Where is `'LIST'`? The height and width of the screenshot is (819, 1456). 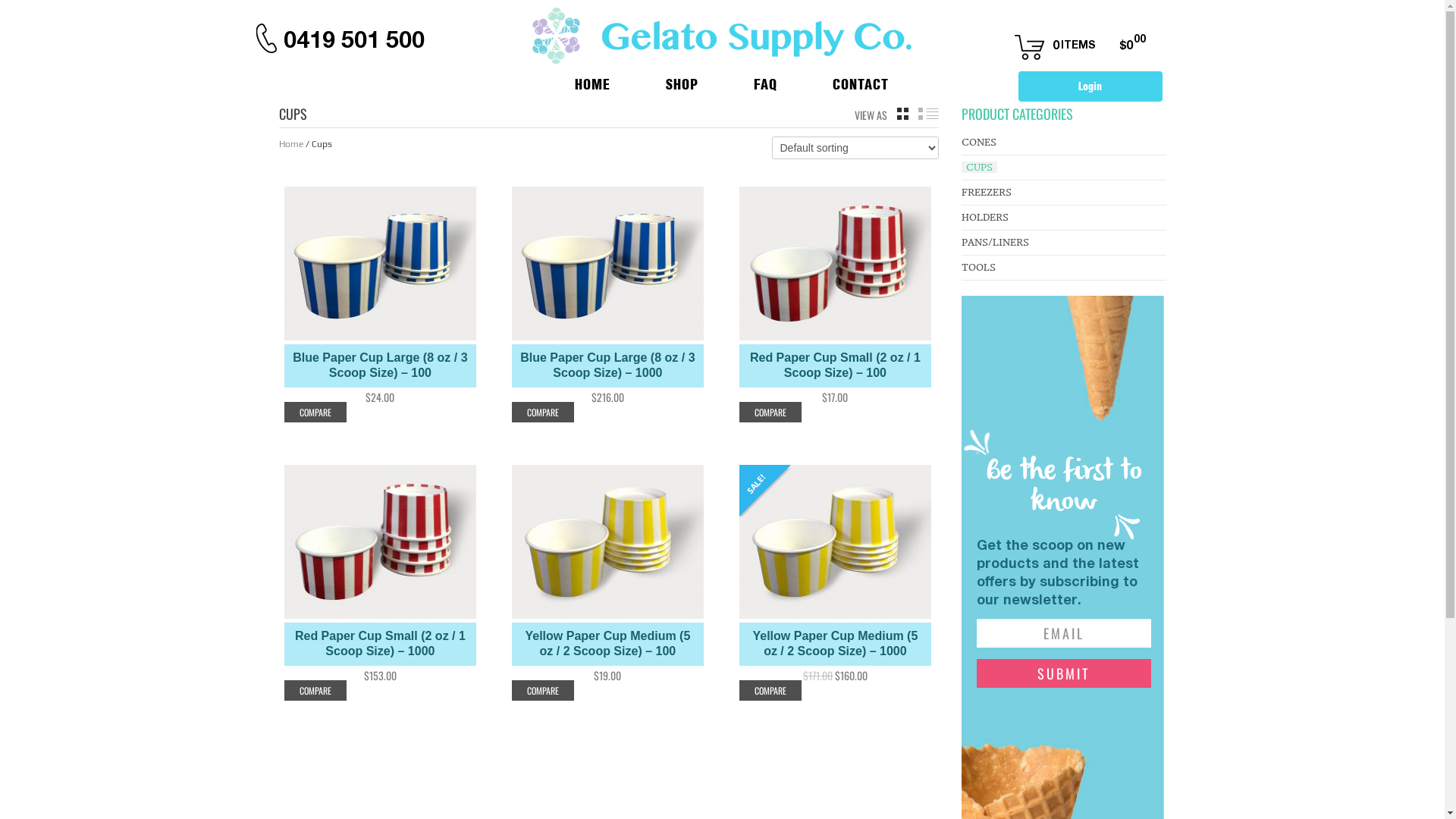
'LIST' is located at coordinates (927, 113).